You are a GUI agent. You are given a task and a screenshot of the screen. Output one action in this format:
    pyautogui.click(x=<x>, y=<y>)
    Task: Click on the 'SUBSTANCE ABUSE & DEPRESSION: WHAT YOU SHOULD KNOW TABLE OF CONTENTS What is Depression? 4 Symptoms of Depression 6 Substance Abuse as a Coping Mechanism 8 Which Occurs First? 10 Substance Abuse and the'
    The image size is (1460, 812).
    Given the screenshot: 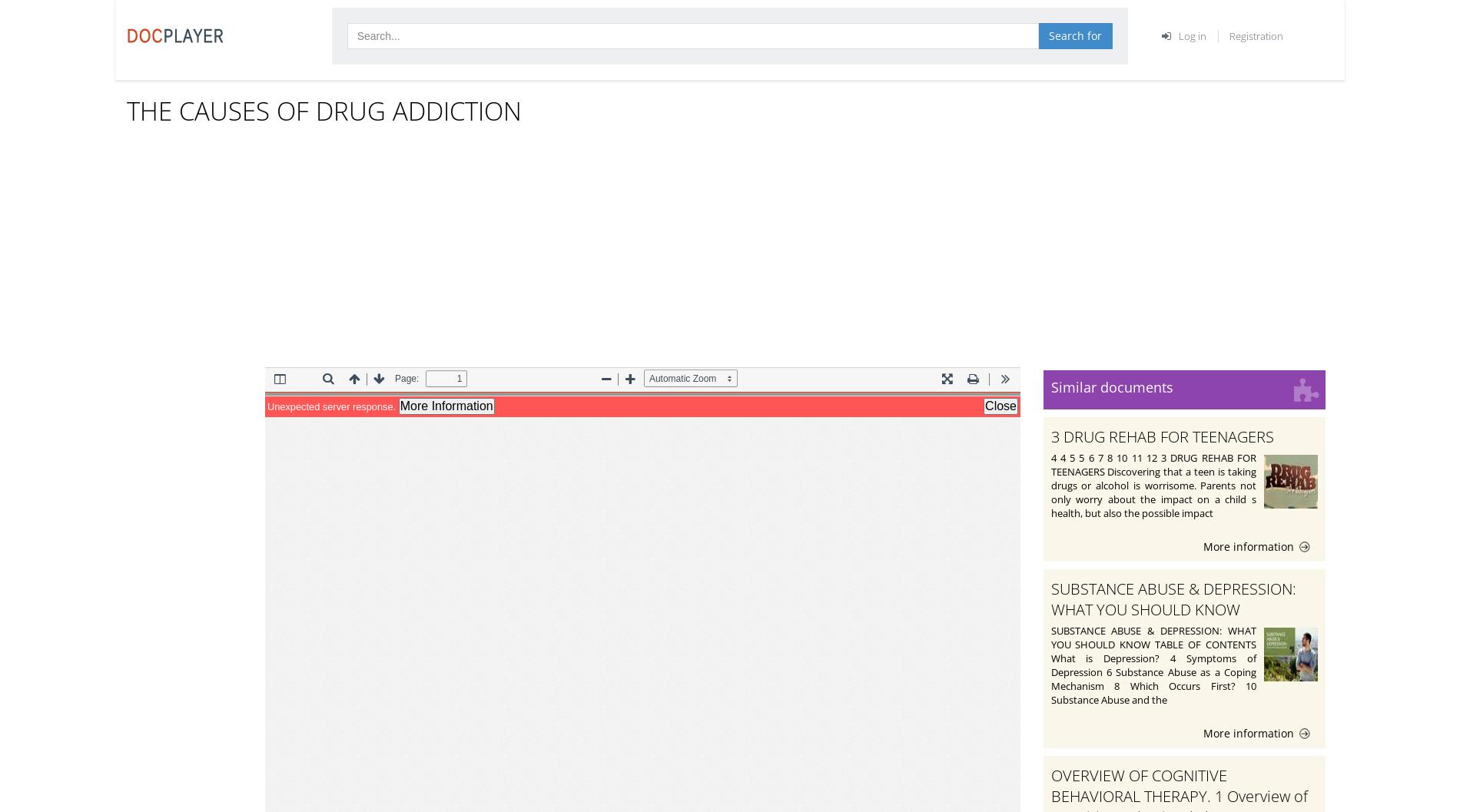 What is the action you would take?
    pyautogui.click(x=1153, y=664)
    